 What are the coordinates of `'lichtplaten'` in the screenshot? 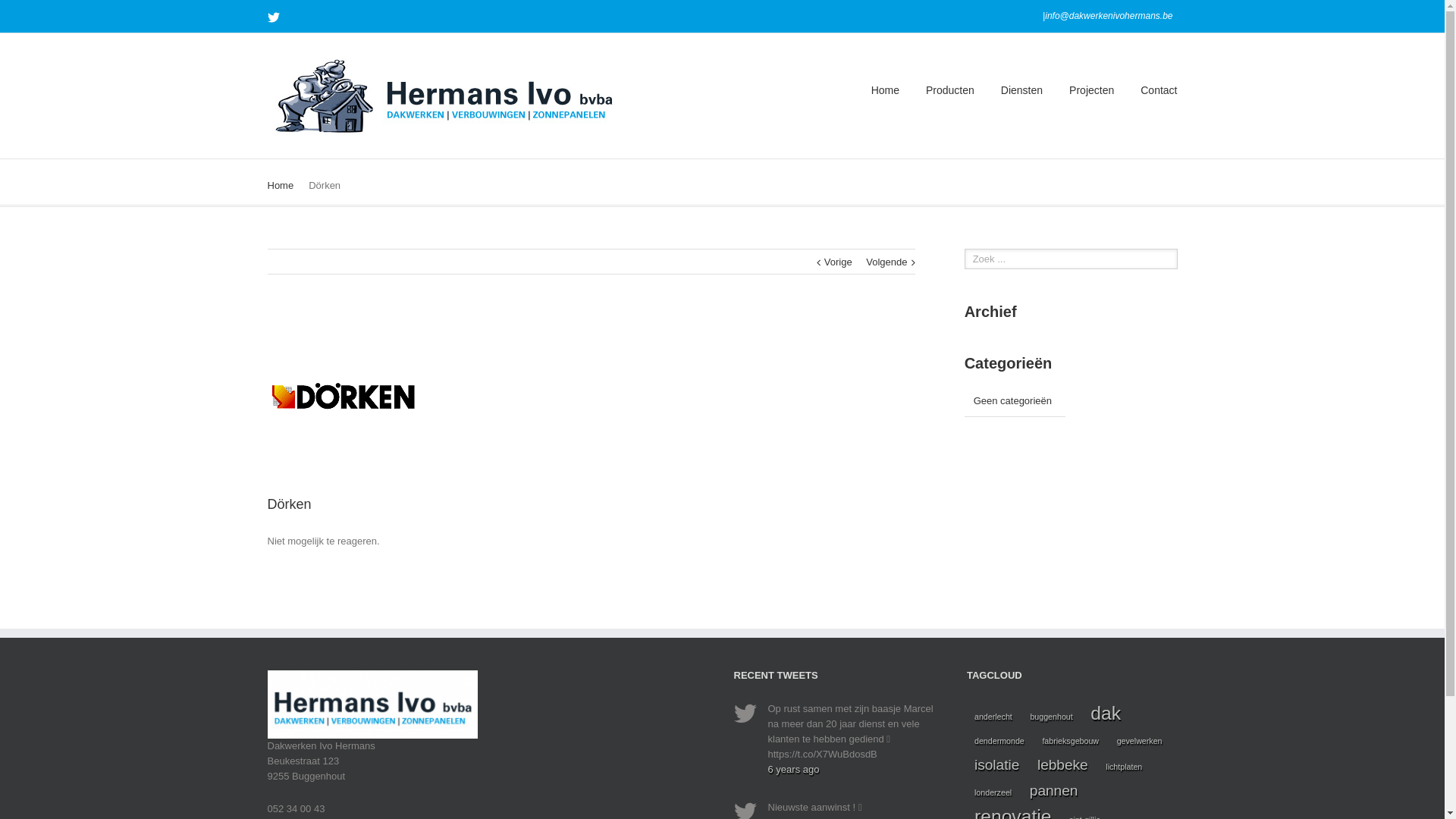 It's located at (1098, 766).